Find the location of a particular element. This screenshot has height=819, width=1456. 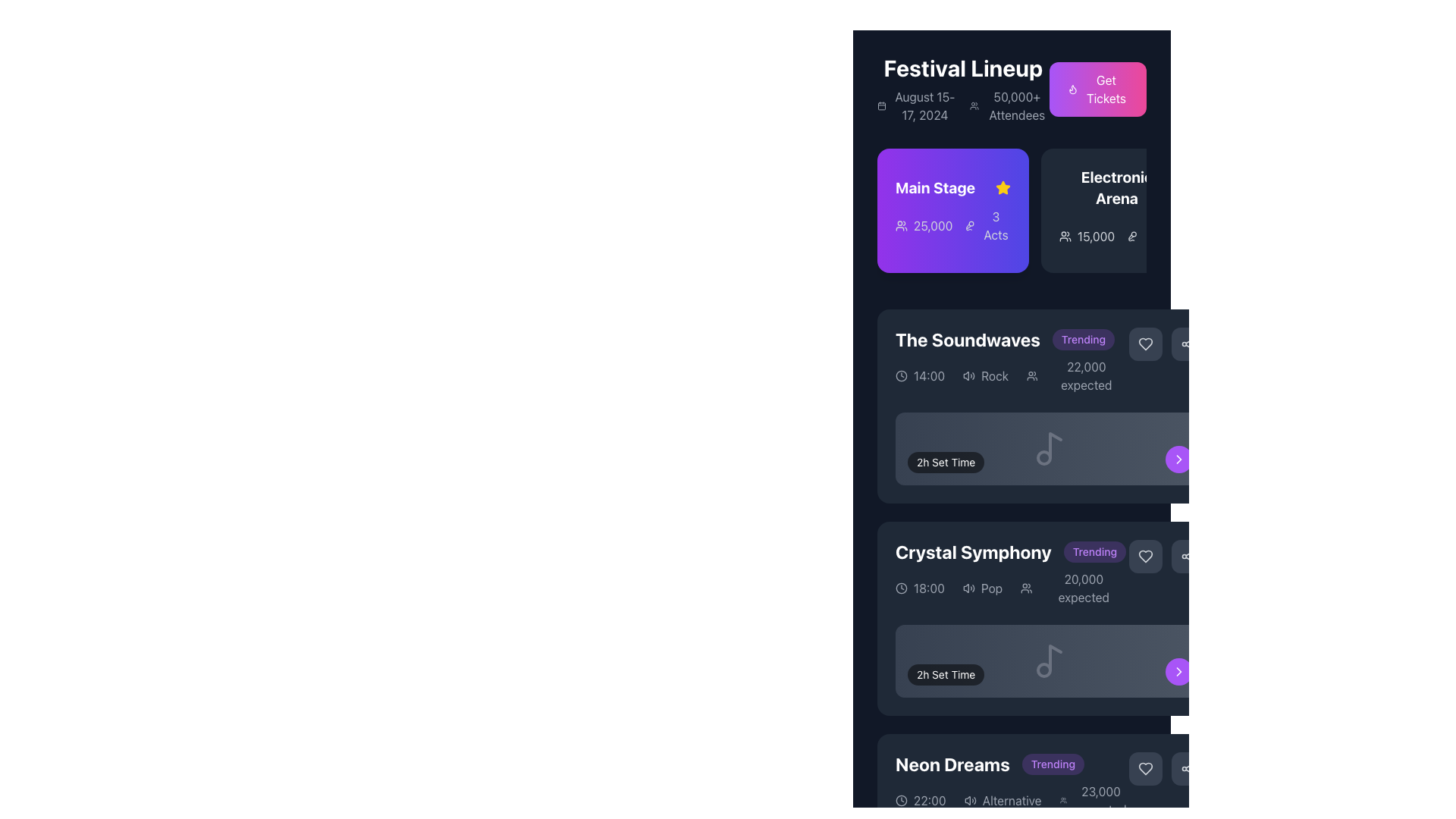

the 'Crystal Symphony' event card located in the third position of the event list is located at coordinates (1049, 619).